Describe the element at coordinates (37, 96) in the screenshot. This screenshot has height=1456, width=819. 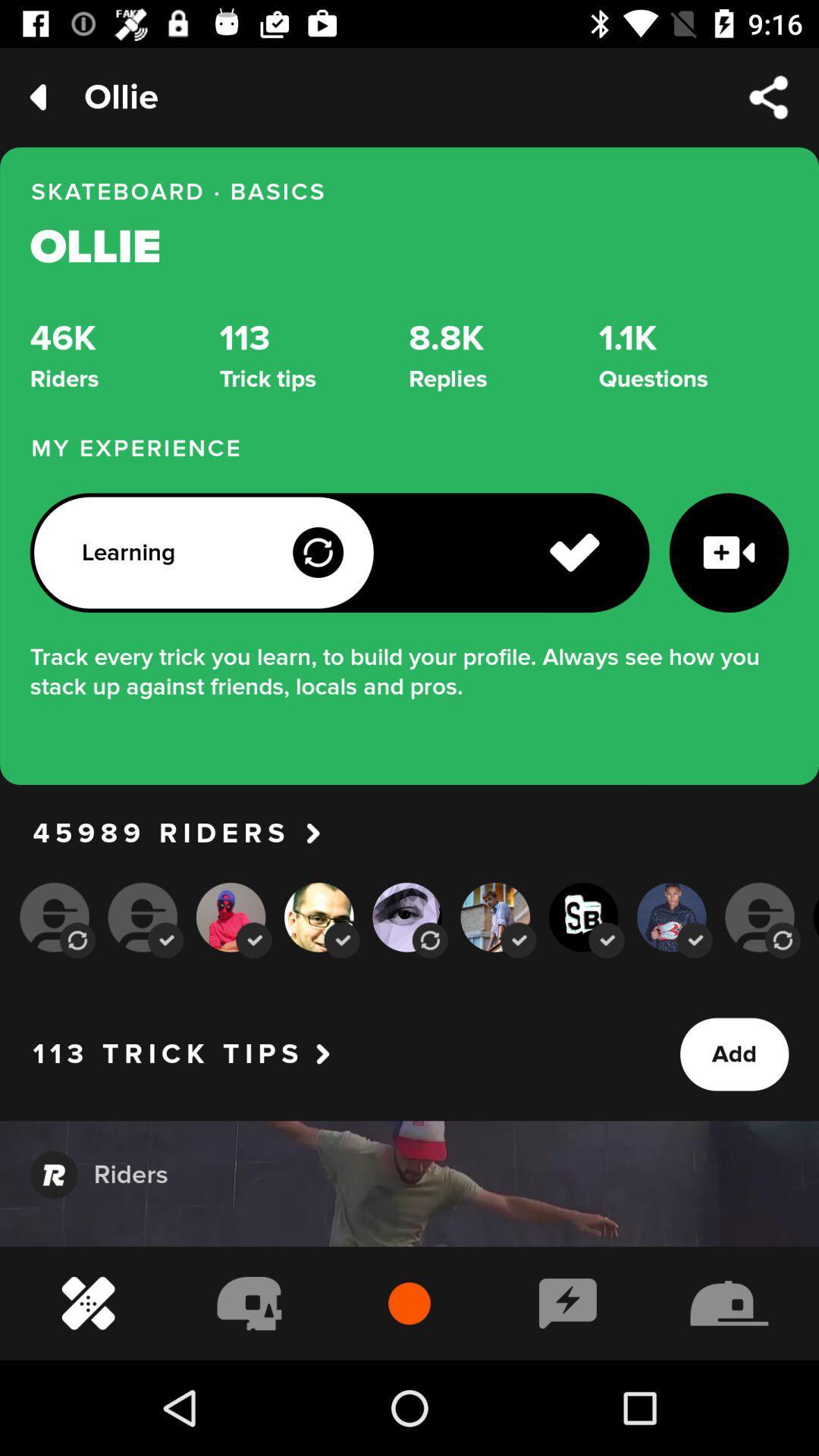
I see `the arrow_backward icon` at that location.